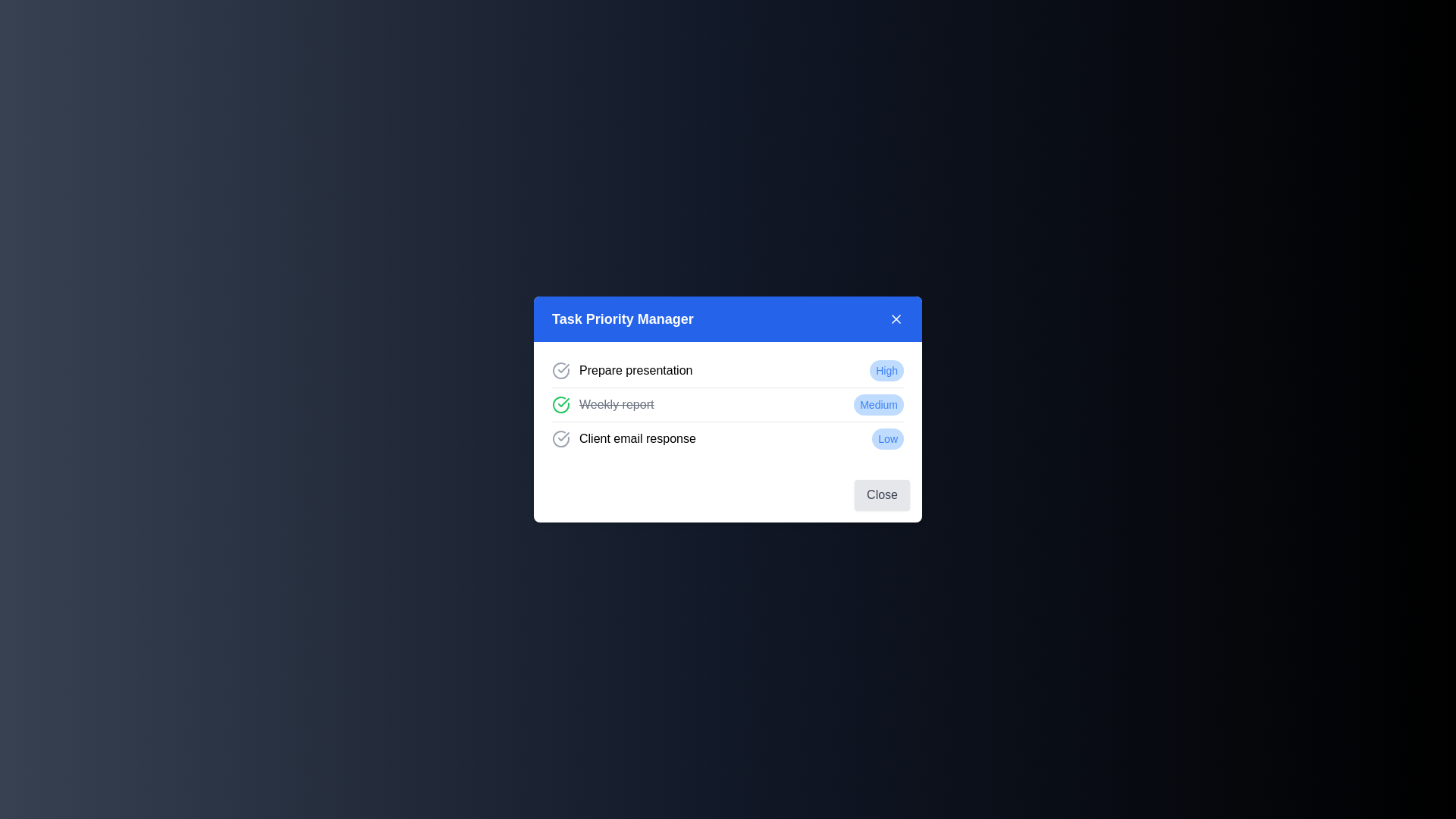  Describe the element at coordinates (622, 371) in the screenshot. I see `the task item labeled 'Prepare presentation' in the 'Task Priority Manager' dialog box` at that location.